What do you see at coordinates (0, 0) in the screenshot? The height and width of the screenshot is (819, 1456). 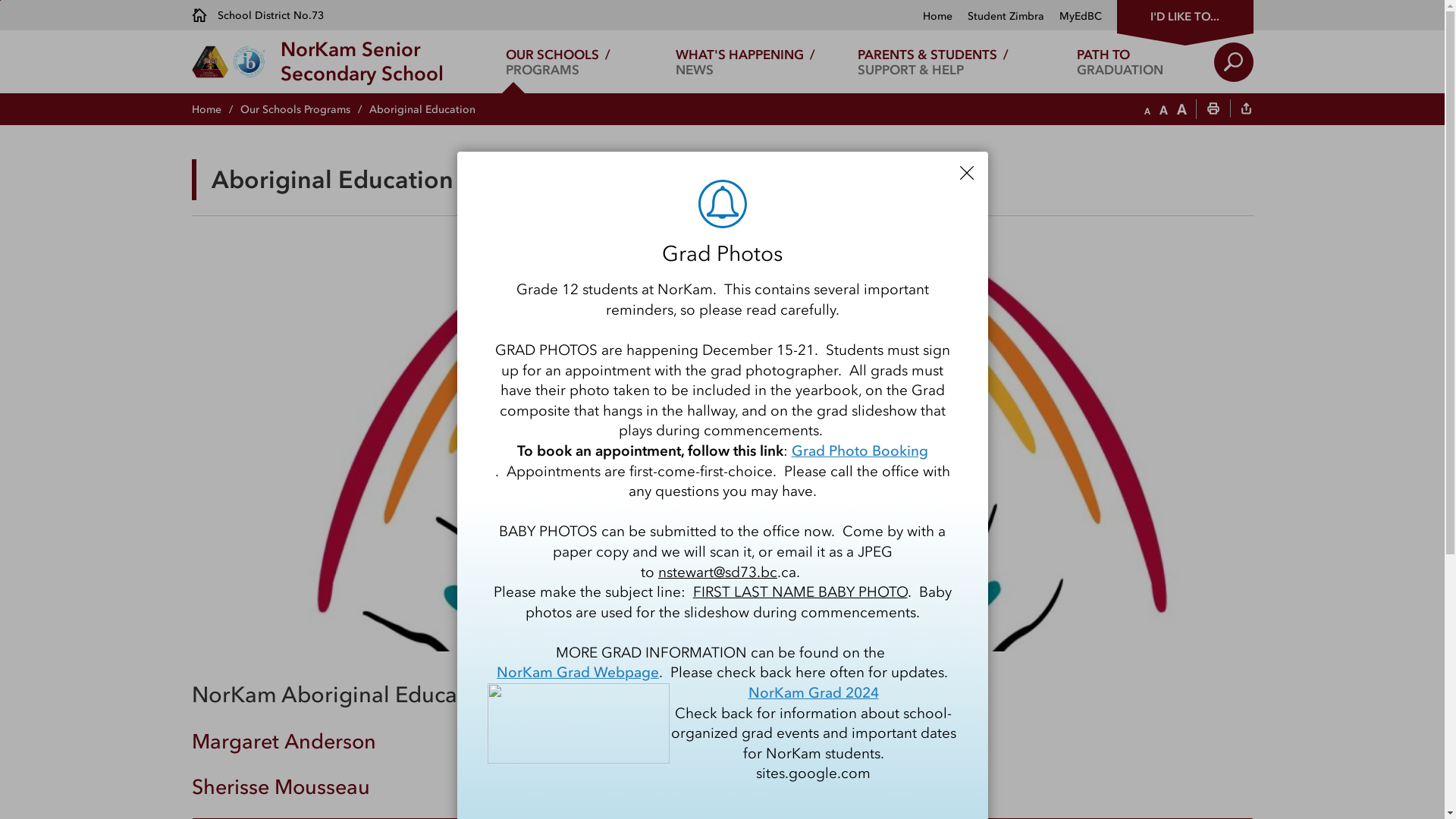 I see `'Skip to Content'` at bounding box center [0, 0].